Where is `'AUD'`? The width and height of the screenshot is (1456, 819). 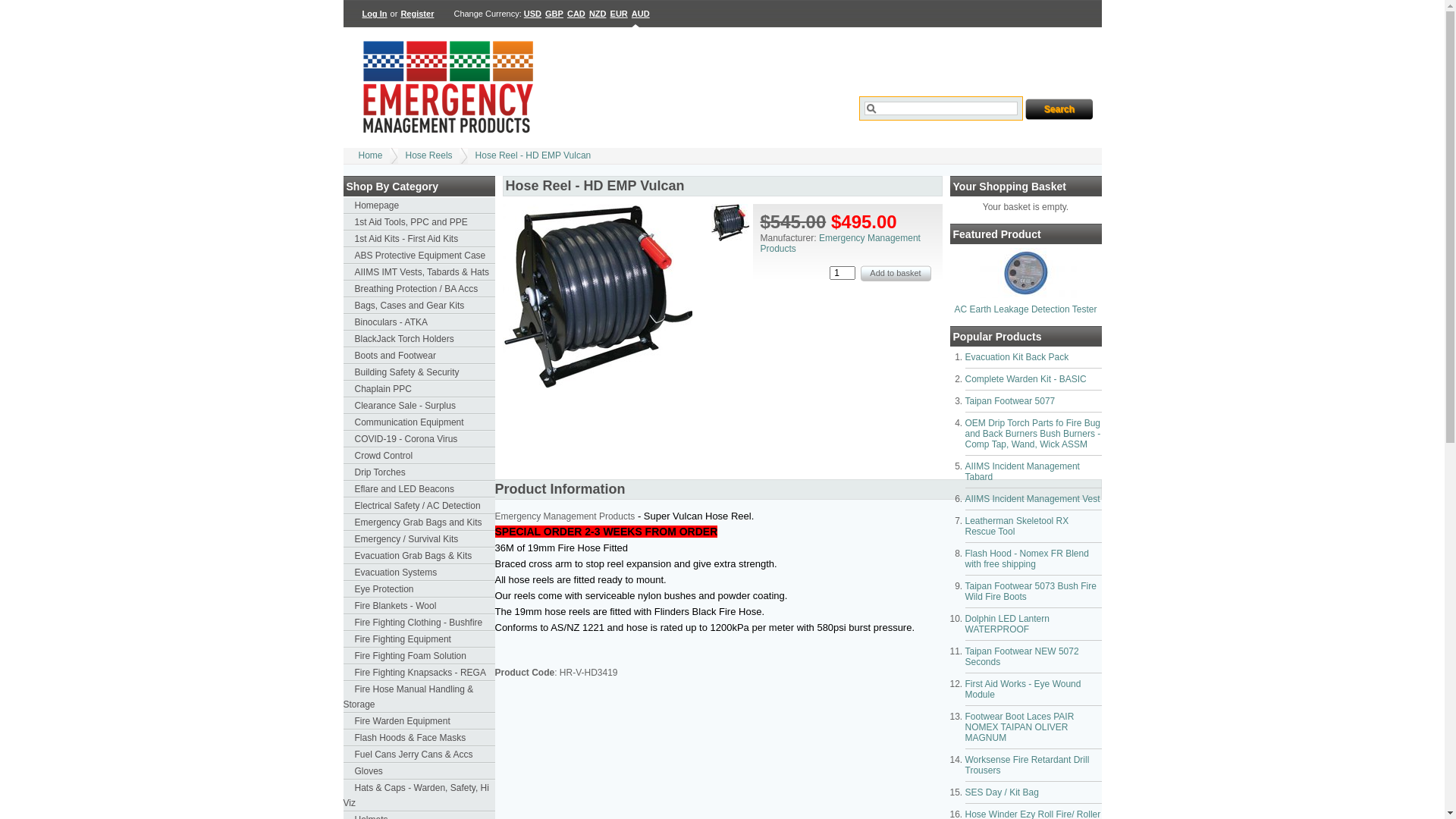
'AUD' is located at coordinates (640, 14).